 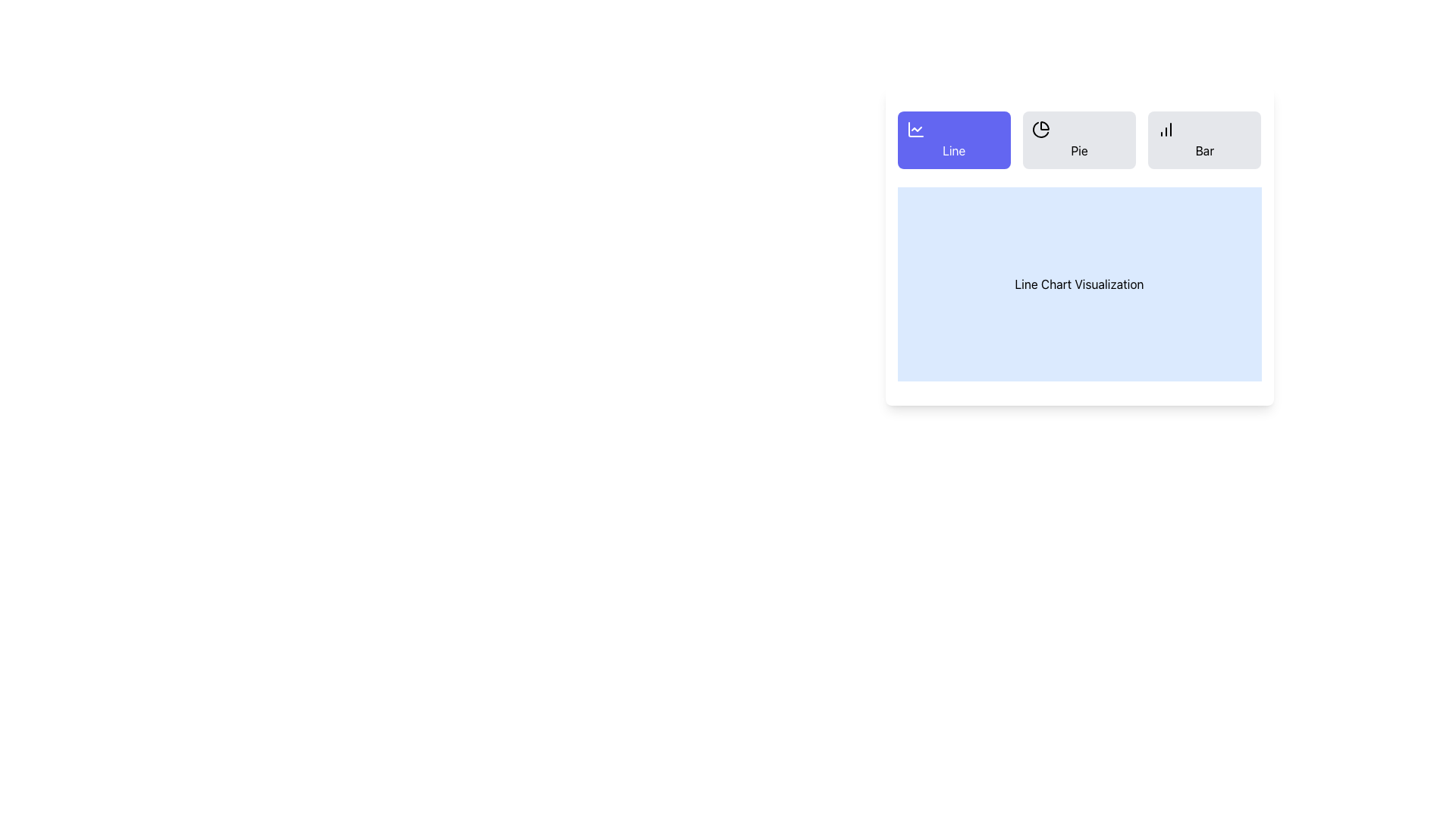 I want to click on the first button in a row of three buttons (Line, Pie, Bar) located near the top-right portion of the interface, so click(x=952, y=140).